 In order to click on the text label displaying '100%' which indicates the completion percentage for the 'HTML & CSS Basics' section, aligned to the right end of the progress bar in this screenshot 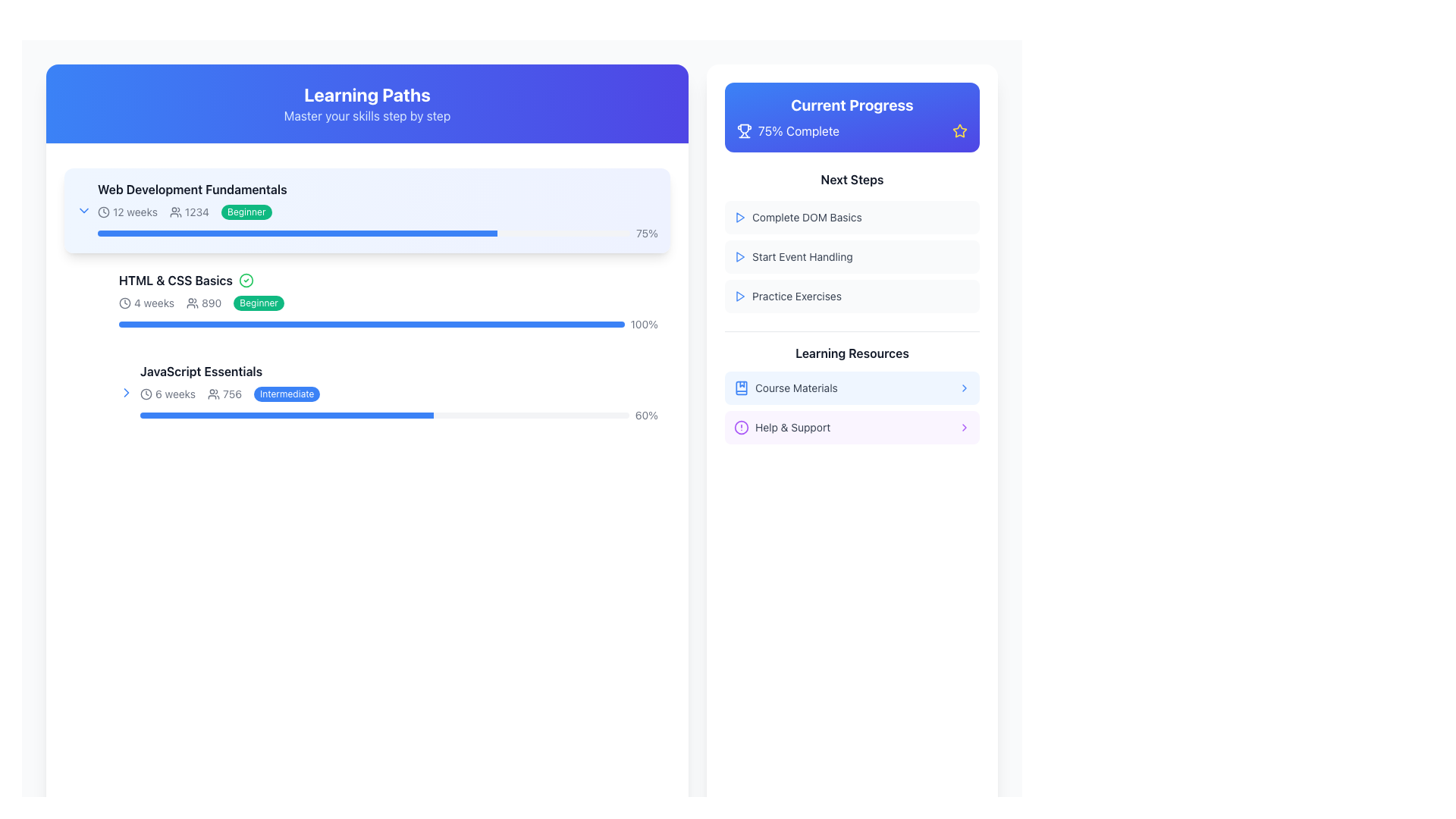, I will do `click(644, 324)`.